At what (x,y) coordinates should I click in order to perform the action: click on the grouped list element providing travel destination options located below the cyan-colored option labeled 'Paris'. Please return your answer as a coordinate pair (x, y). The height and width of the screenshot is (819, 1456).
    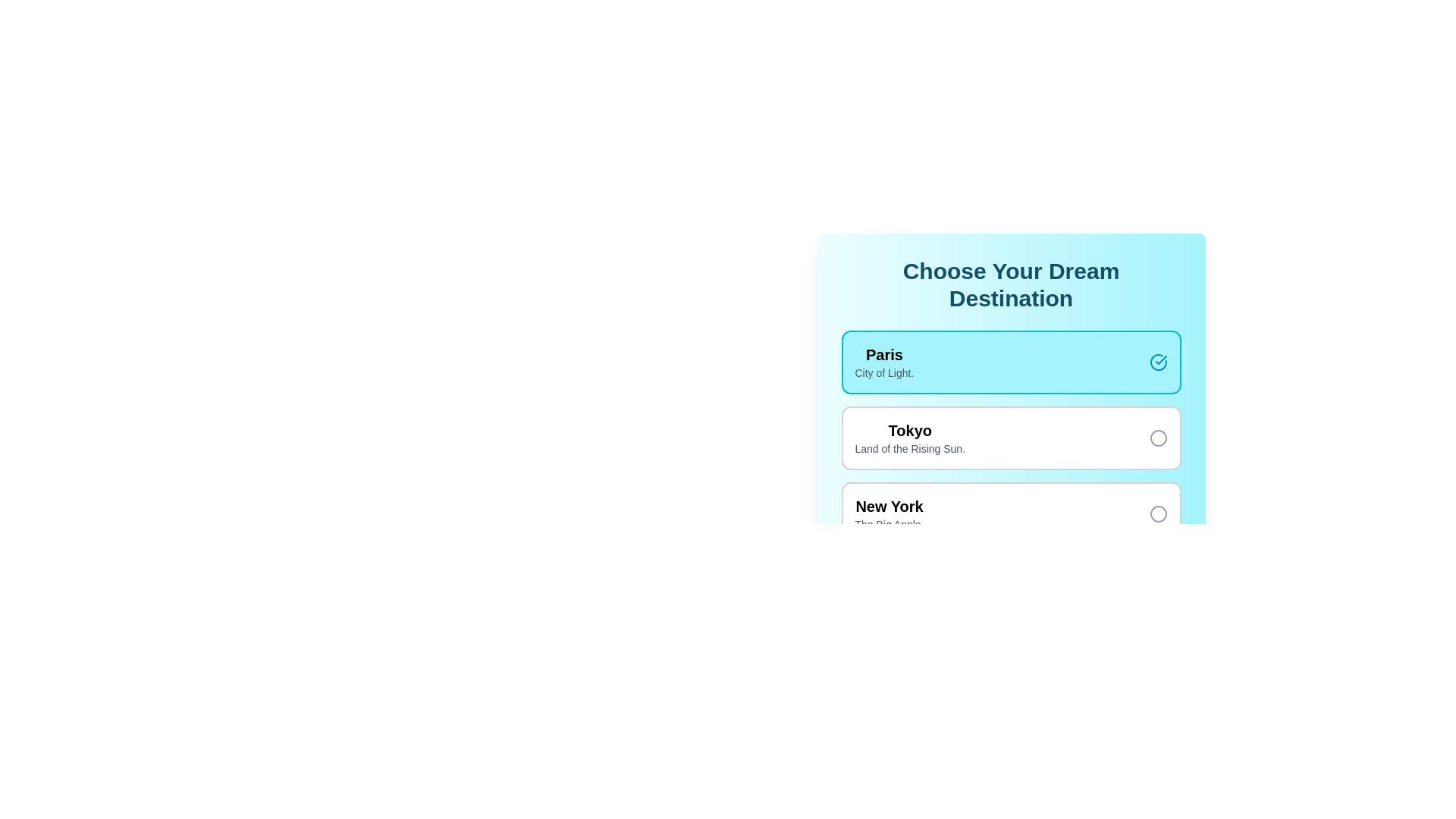
    Looking at the image, I should click on (1011, 475).